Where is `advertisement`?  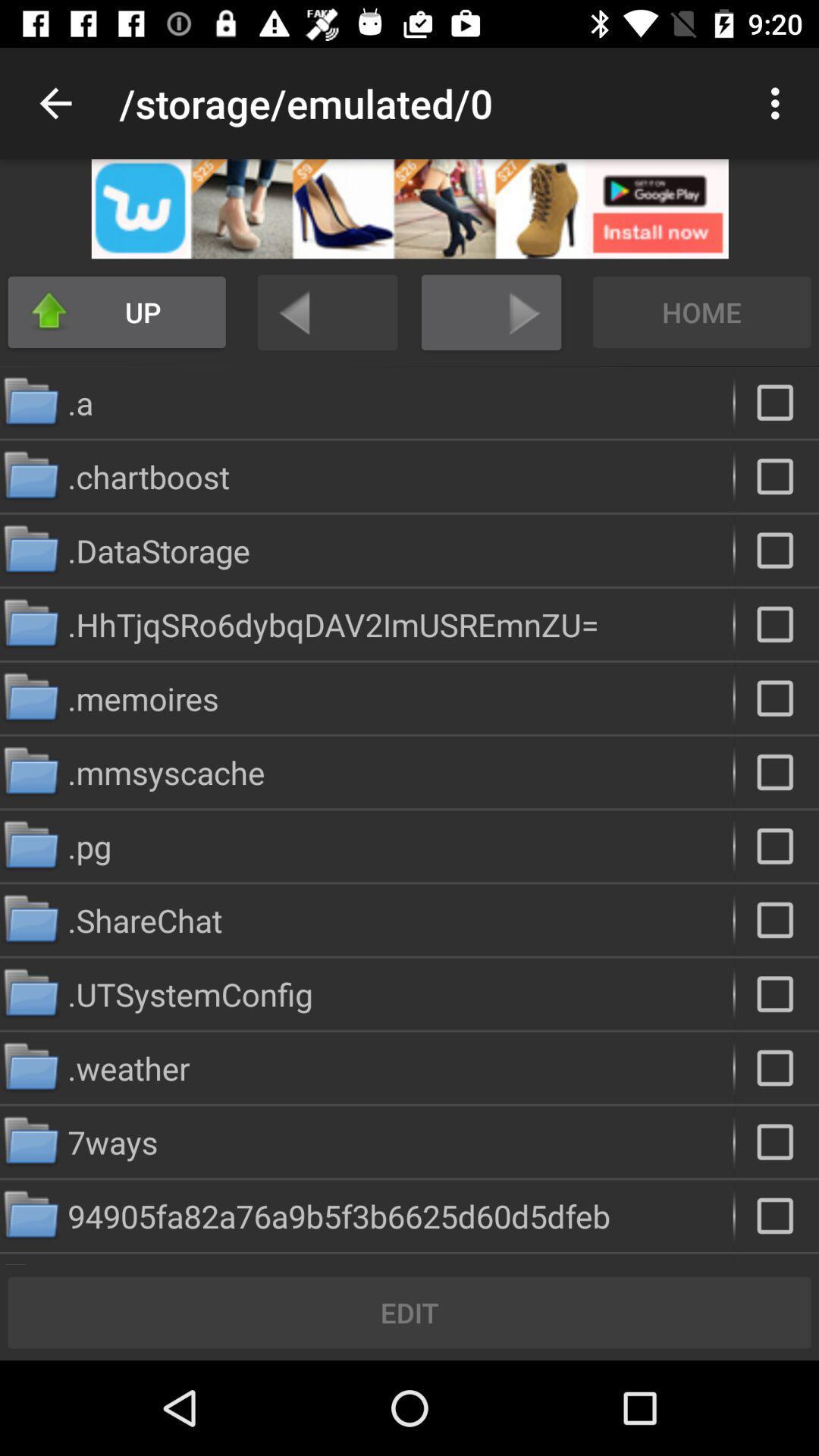
advertisement is located at coordinates (409, 208).